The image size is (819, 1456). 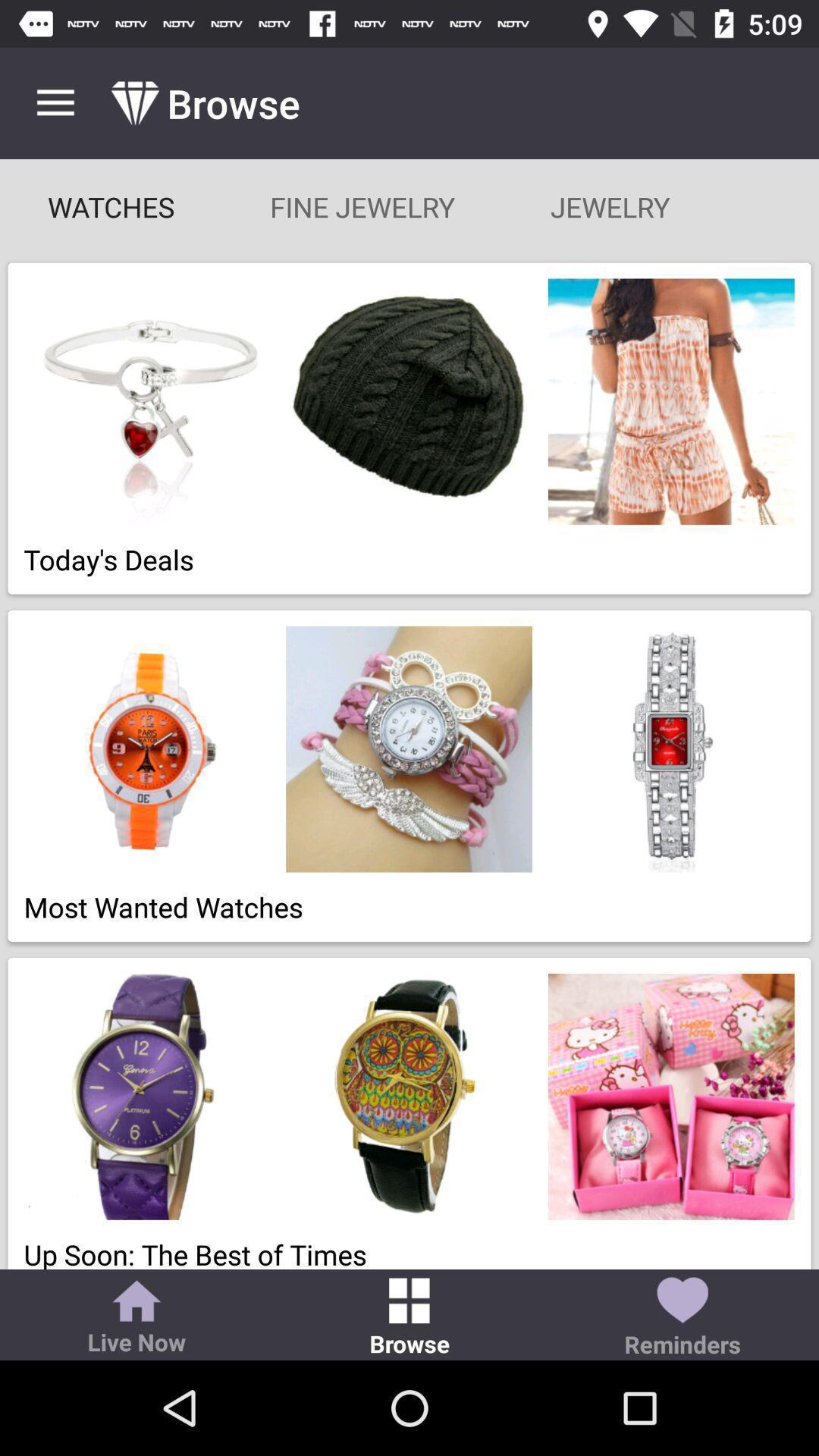 I want to click on the icon to the left of the jewelry icon, so click(x=362, y=206).